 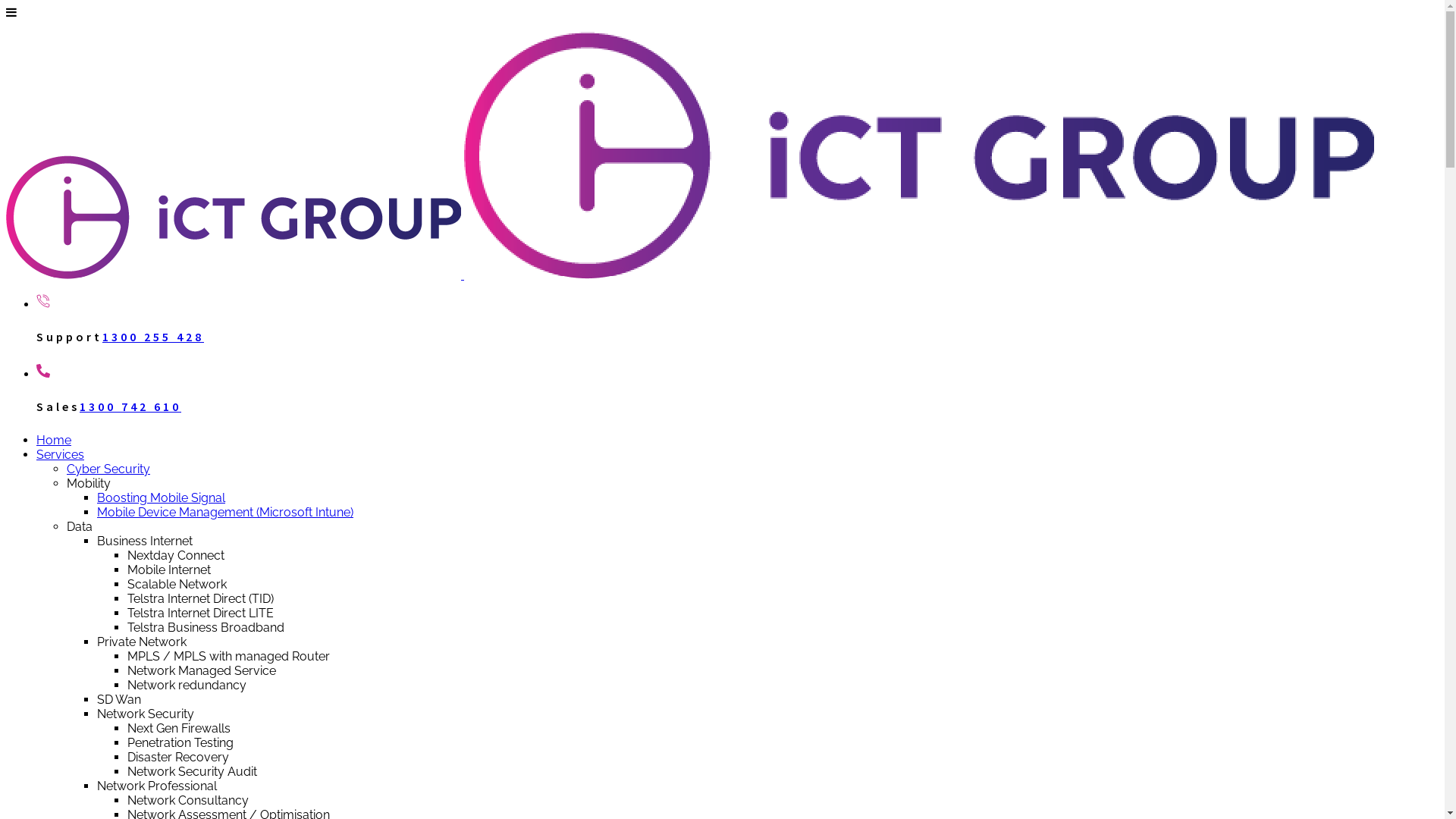 I want to click on 'Mobile Internet', so click(x=168, y=570).